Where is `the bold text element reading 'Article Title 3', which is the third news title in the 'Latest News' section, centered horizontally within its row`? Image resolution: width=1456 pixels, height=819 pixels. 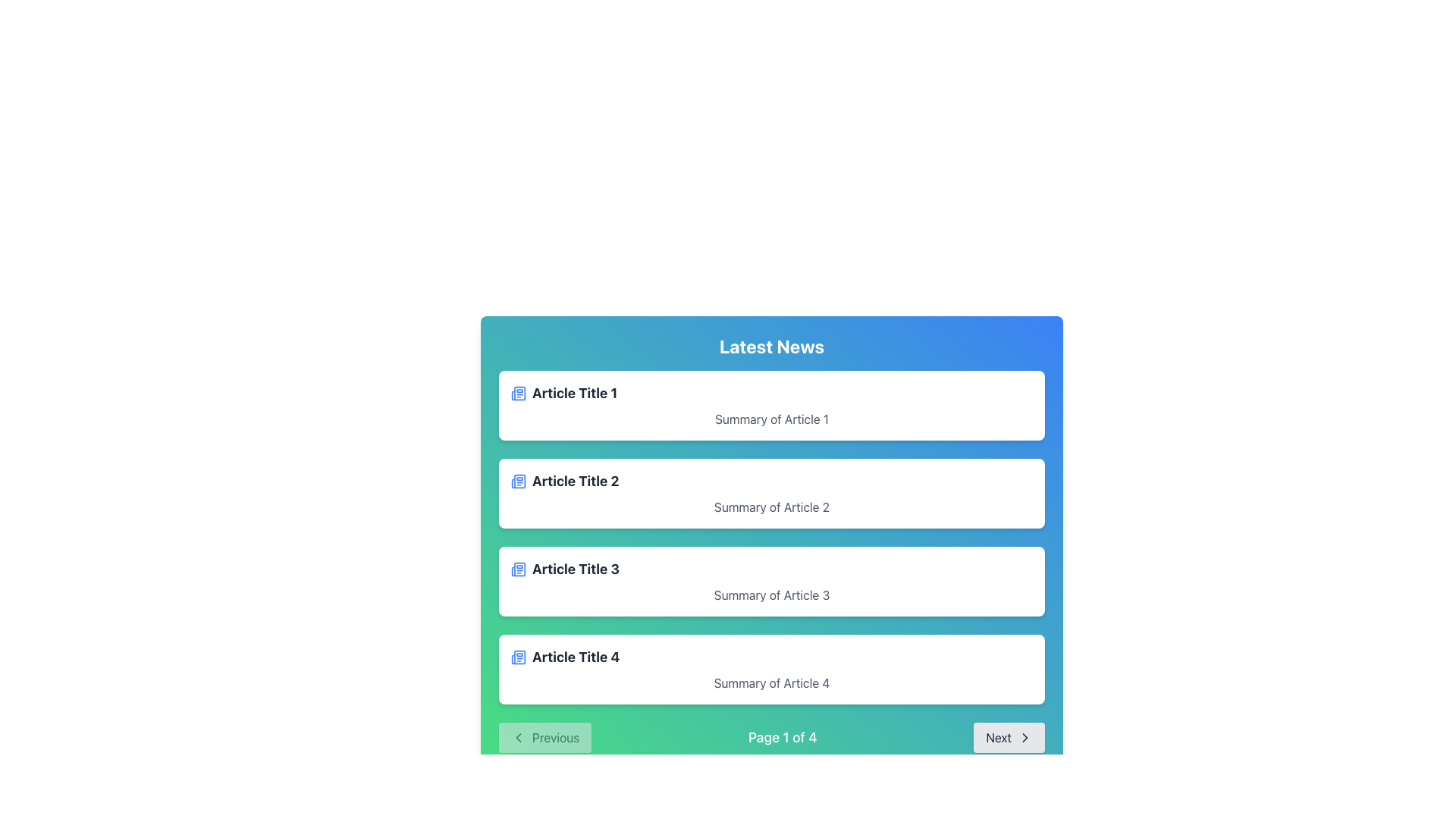
the bold text element reading 'Article Title 3', which is the third news title in the 'Latest News' section, centered horizontally within its row is located at coordinates (575, 570).